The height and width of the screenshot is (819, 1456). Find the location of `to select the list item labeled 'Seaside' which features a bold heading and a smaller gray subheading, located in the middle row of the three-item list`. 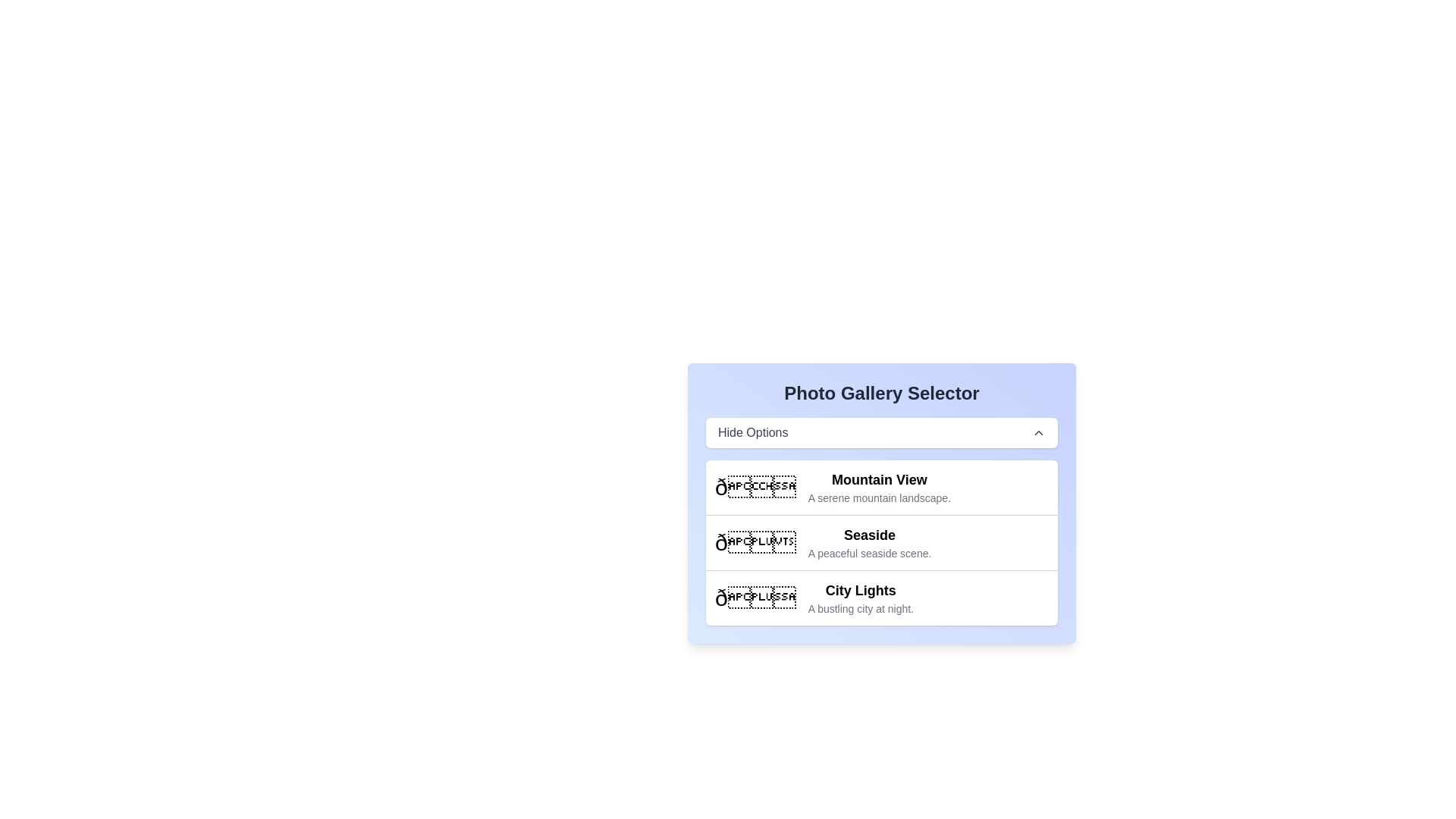

to select the list item labeled 'Seaside' which features a bold heading and a smaller gray subheading, located in the middle row of the three-item list is located at coordinates (881, 541).